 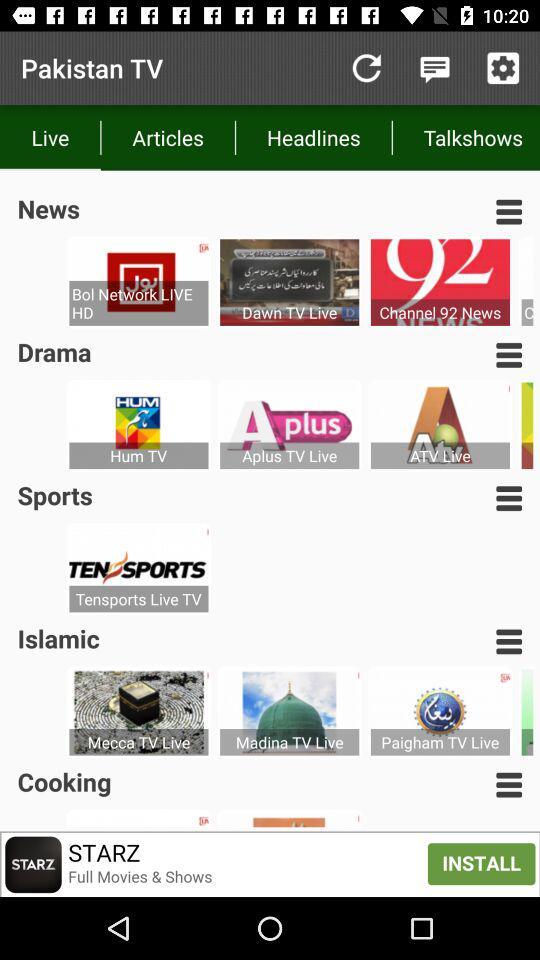 I want to click on icon to the right of live item, so click(x=167, y=136).